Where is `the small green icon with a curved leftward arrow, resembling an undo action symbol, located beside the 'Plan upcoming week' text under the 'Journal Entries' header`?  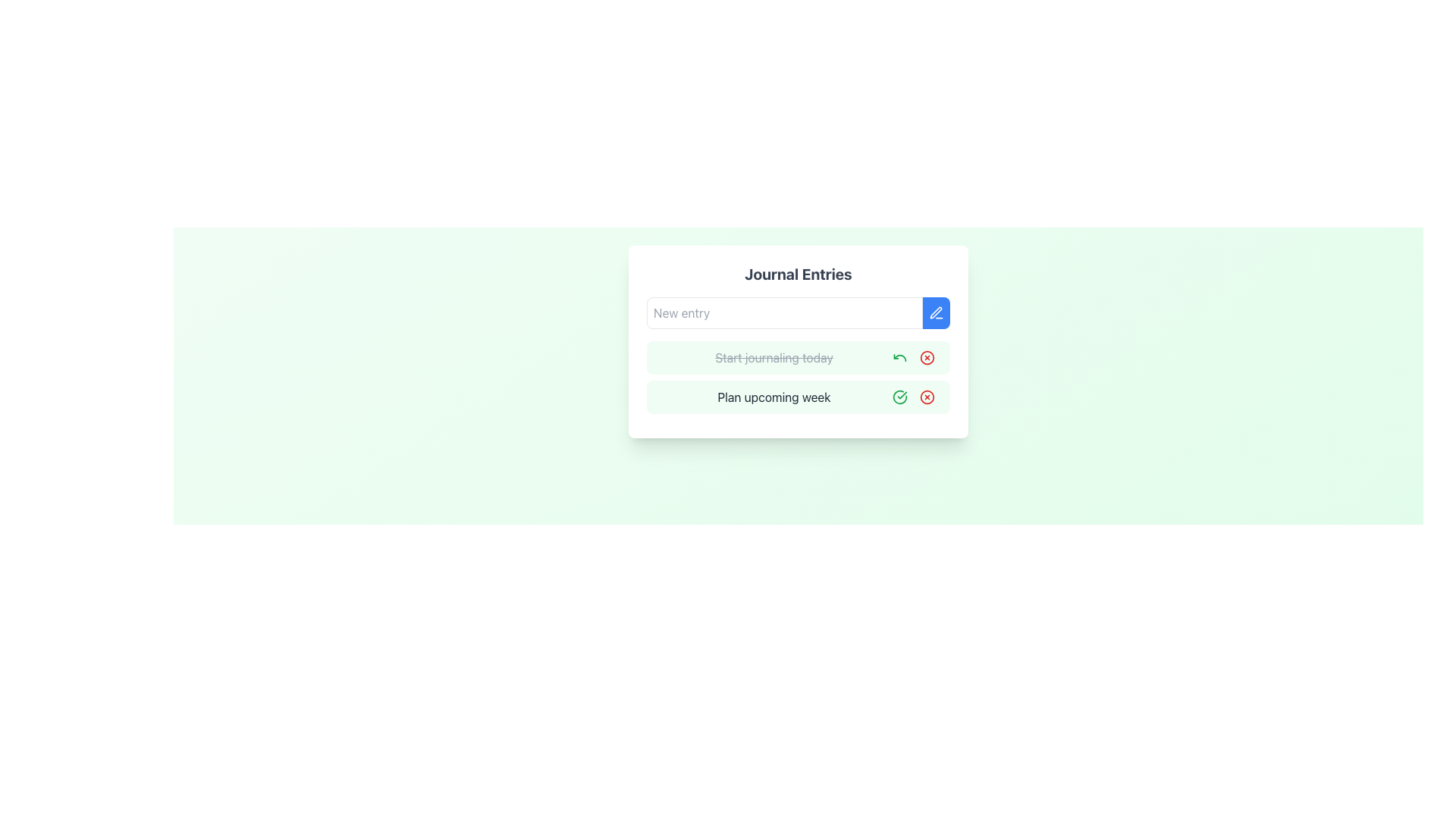
the small green icon with a curved leftward arrow, resembling an undo action symbol, located beside the 'Plan upcoming week' text under the 'Journal Entries' header is located at coordinates (899, 357).